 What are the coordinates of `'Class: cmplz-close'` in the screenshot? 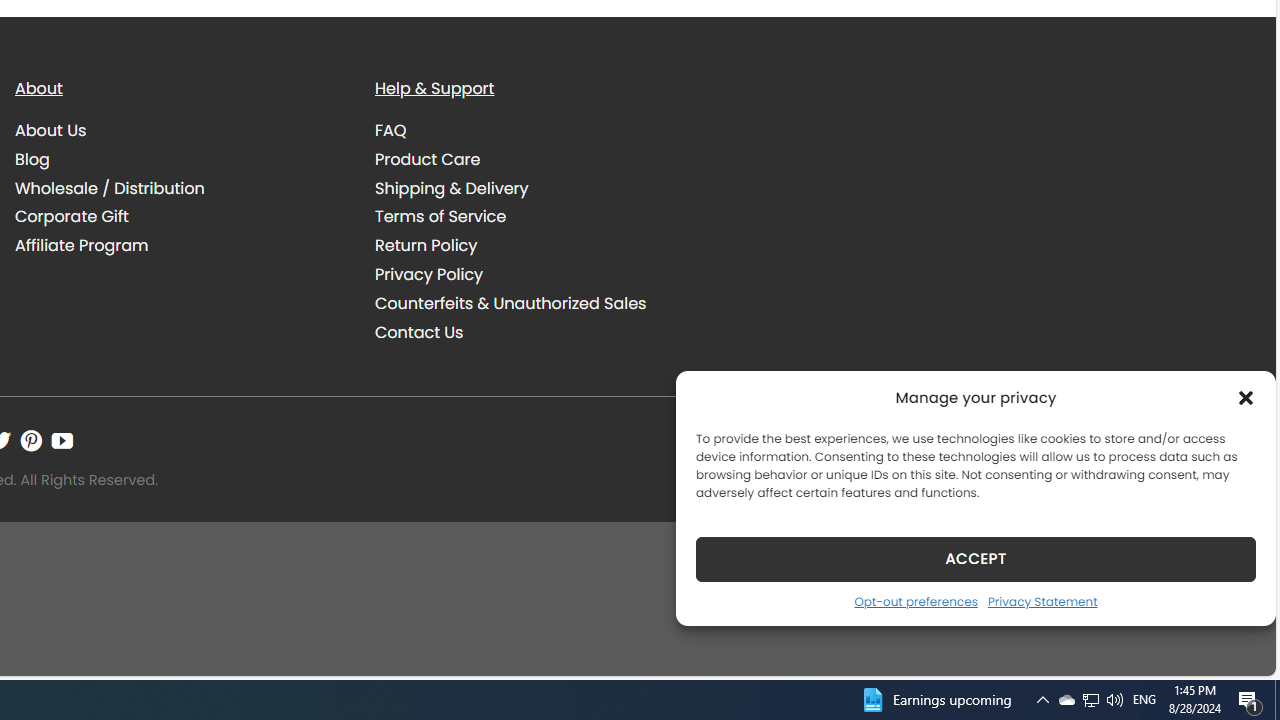 It's located at (1245, 397).